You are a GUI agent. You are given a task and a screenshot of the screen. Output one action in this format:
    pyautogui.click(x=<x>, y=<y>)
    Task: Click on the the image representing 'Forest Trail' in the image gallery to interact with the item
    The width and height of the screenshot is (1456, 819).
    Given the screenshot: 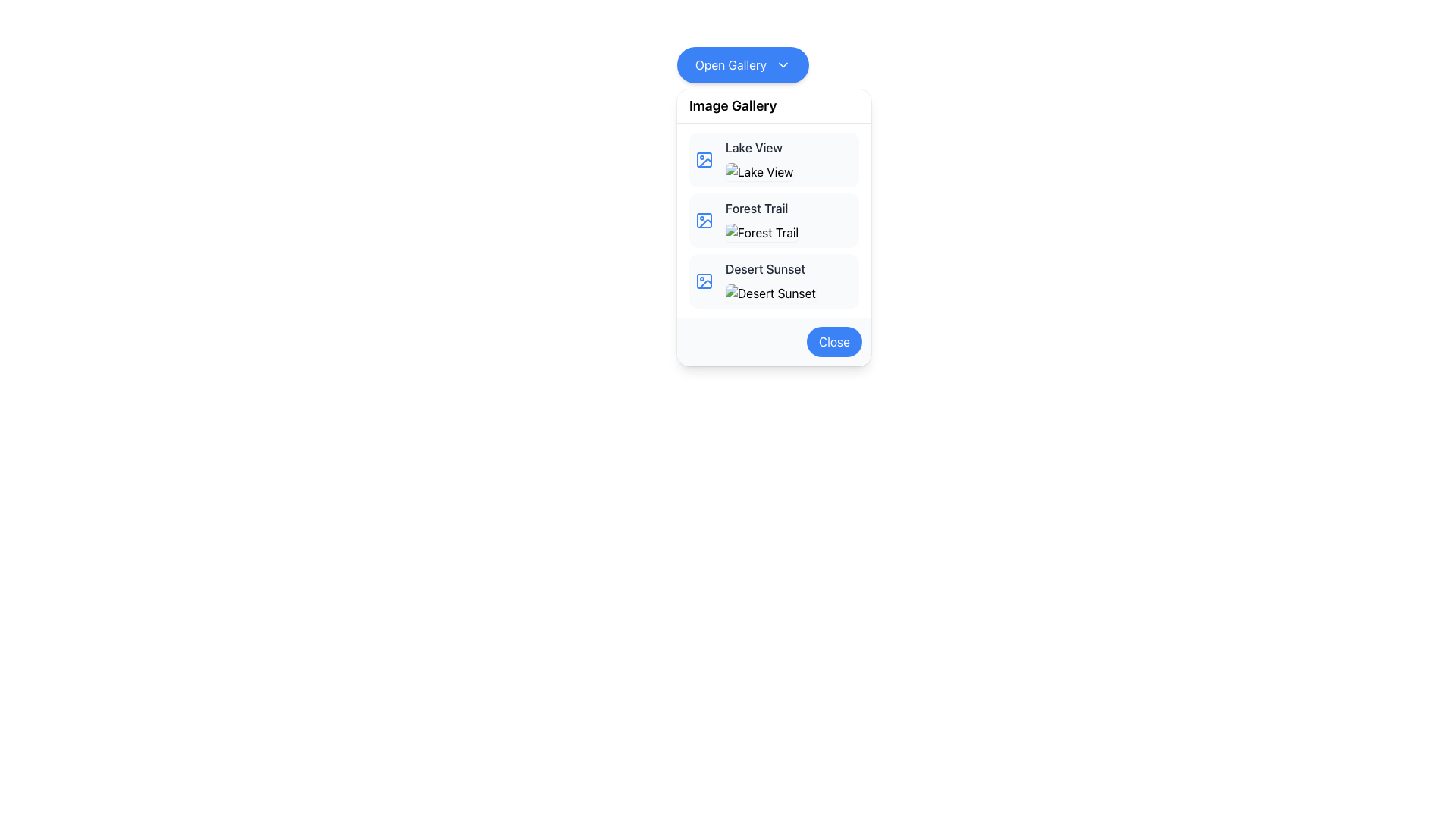 What is the action you would take?
    pyautogui.click(x=762, y=220)
    